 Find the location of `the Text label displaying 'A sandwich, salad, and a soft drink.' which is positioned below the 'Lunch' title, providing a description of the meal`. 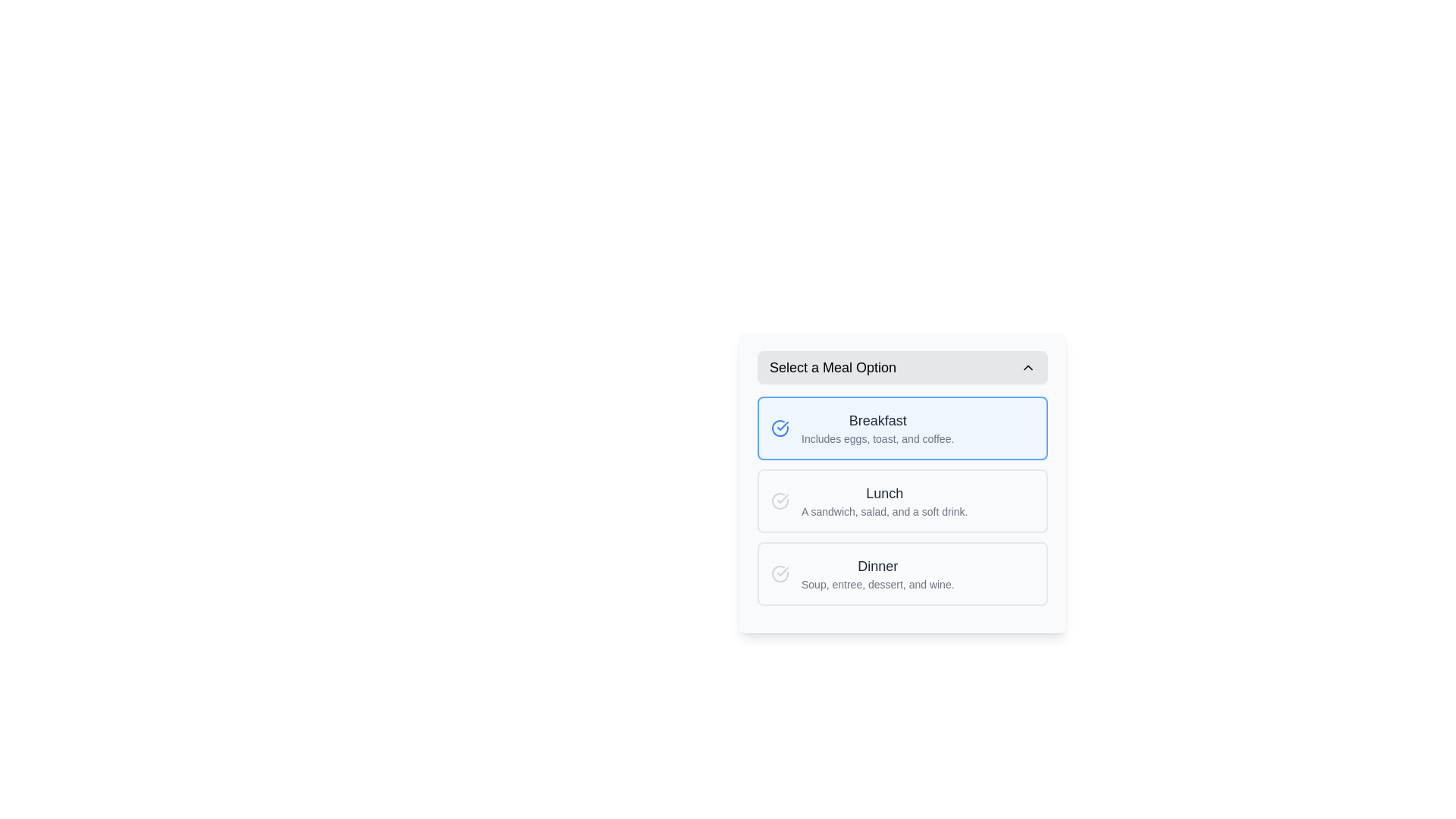

the Text label displaying 'A sandwich, salad, and a soft drink.' which is positioned below the 'Lunch' title, providing a description of the meal is located at coordinates (884, 512).